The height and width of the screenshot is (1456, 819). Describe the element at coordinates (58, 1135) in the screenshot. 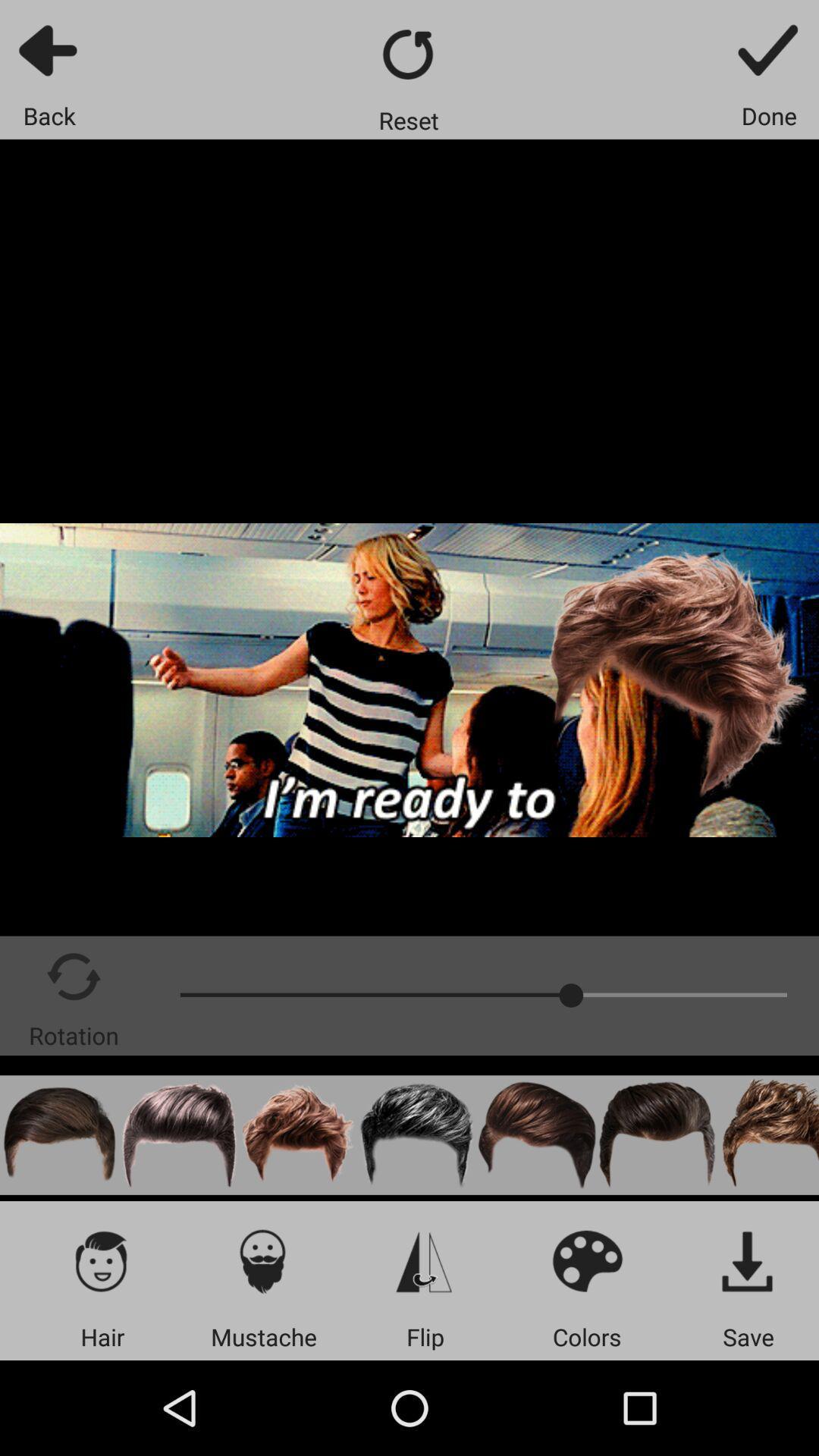

I see `hair option` at that location.